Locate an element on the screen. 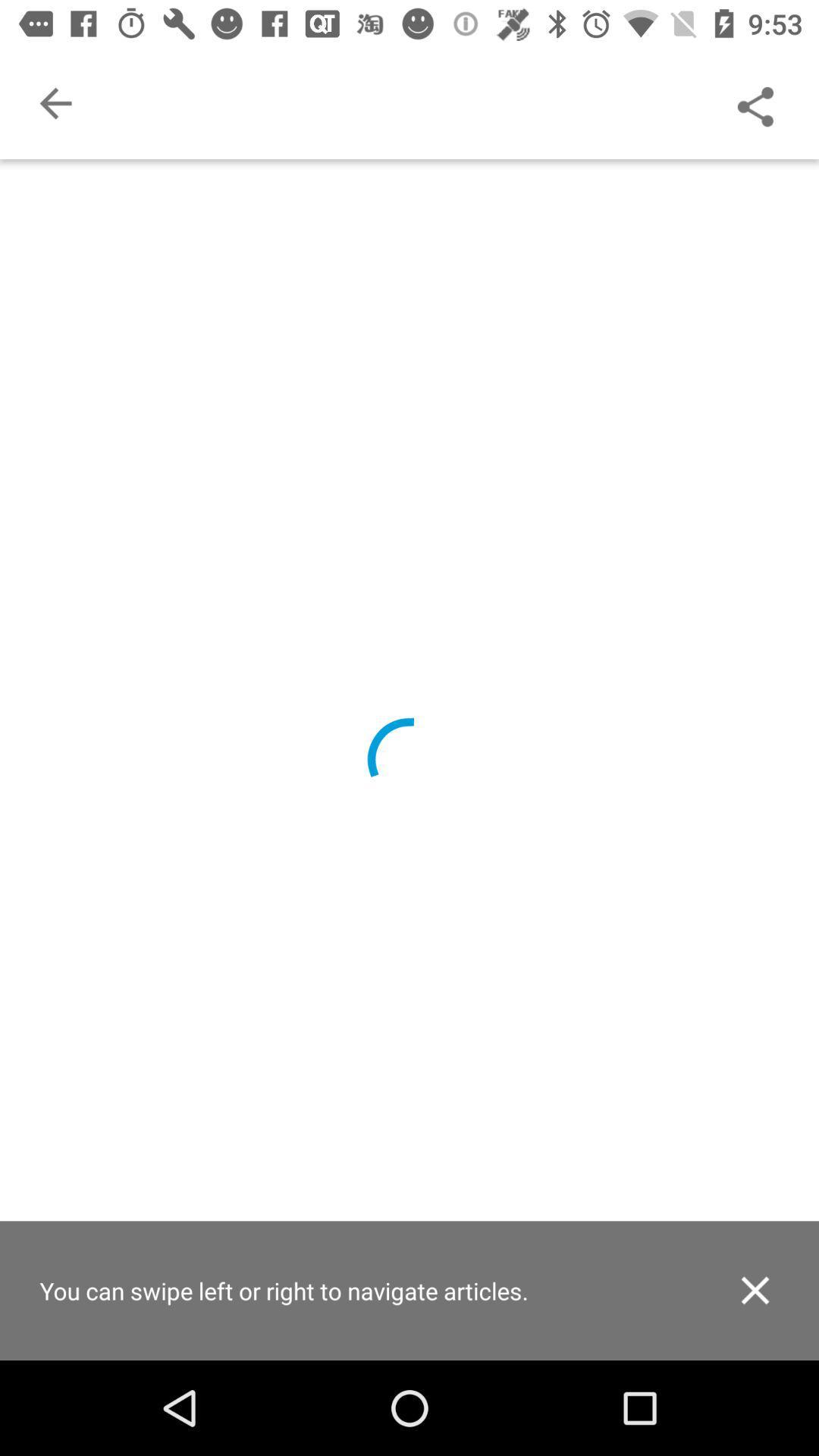  share is located at coordinates (755, 102).